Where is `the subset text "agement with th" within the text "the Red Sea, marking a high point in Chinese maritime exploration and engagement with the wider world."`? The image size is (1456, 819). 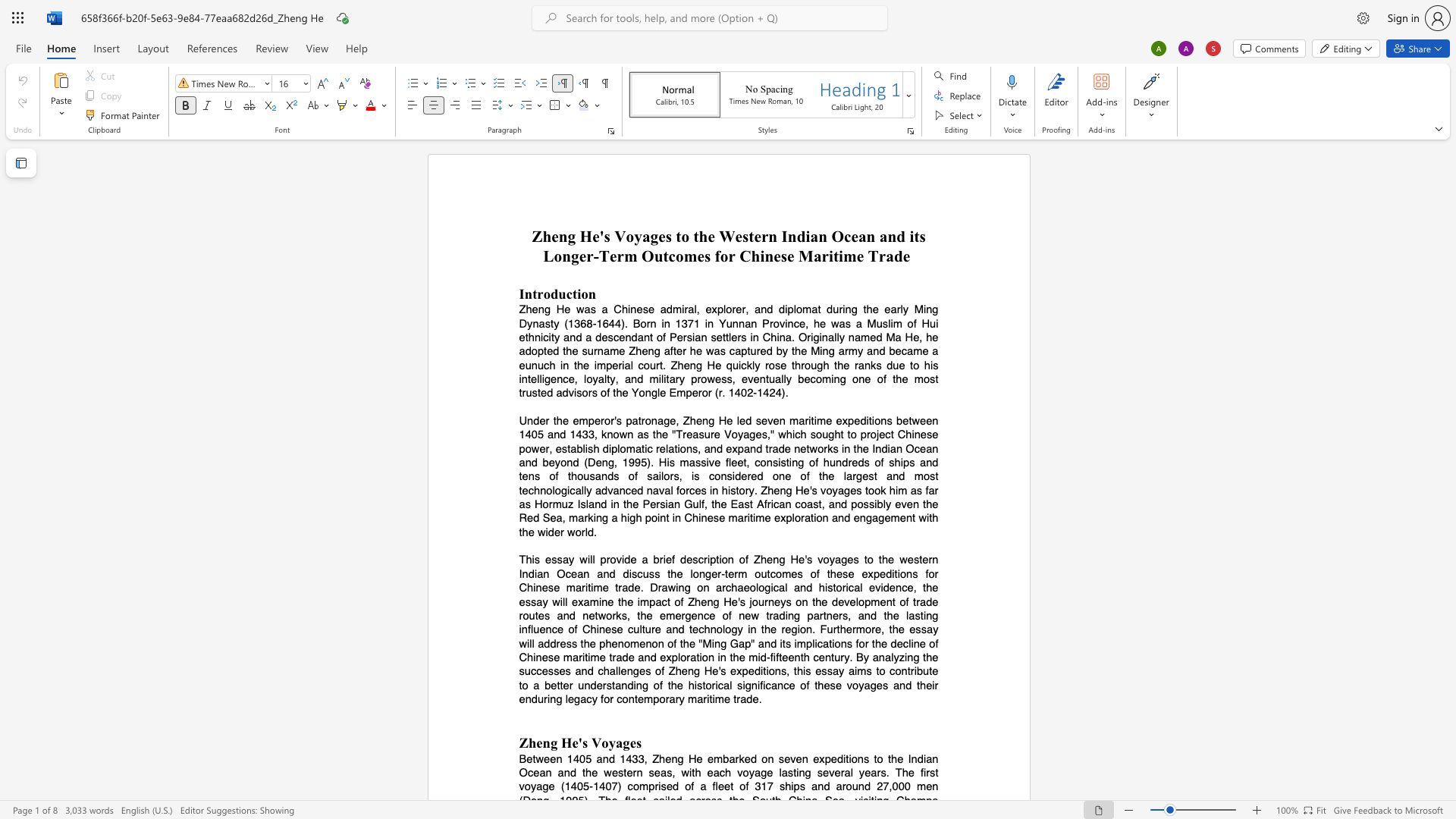 the subset text "agement with th" within the text "the Red Sea, marking a high point in Chinese maritime exploration and engagement with the wider world." is located at coordinates (872, 517).